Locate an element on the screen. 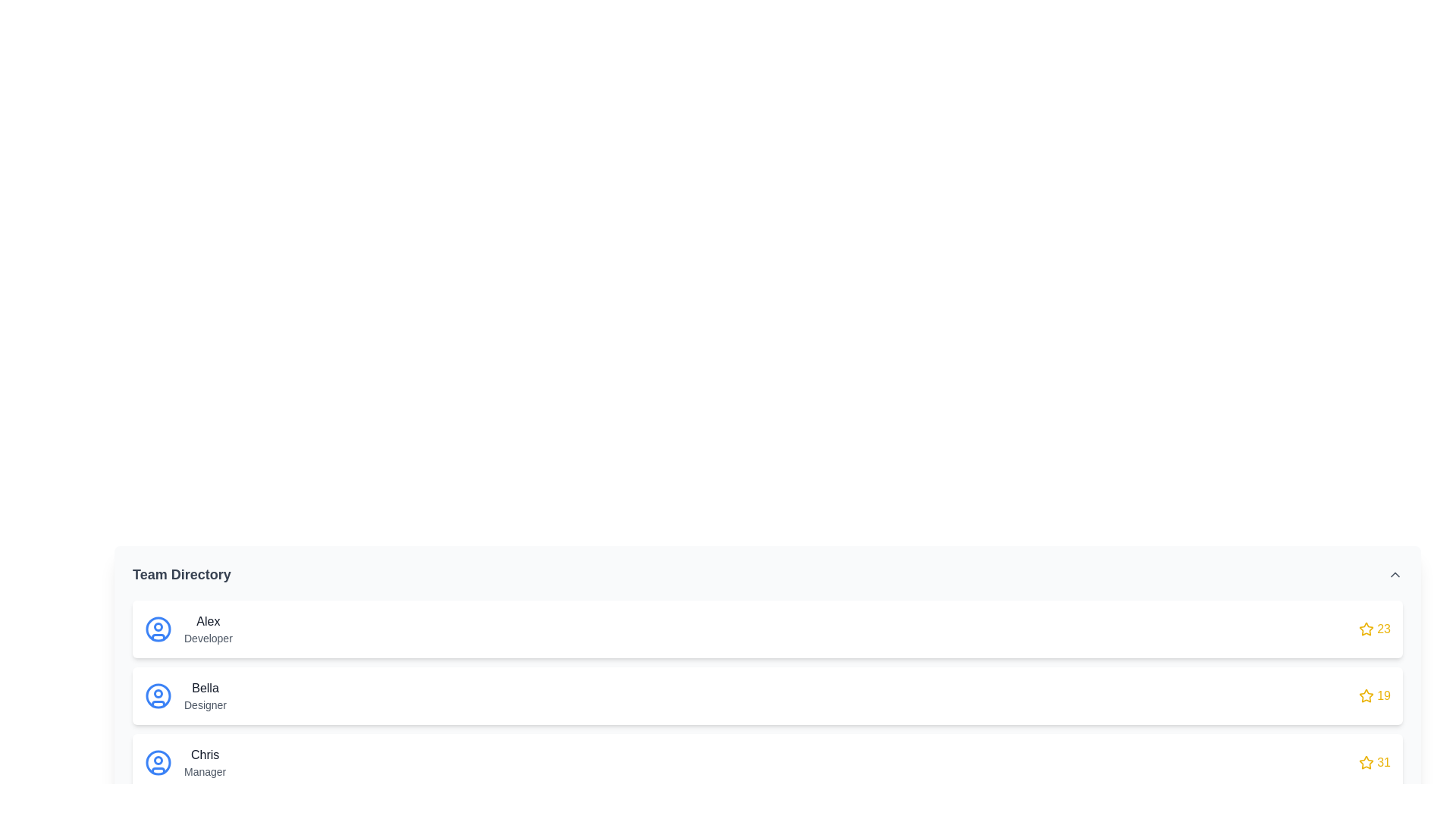 This screenshot has height=819, width=1456. the circular icon component associated with the profile of 'Alex, Developer' in the team directory list is located at coordinates (158, 626).